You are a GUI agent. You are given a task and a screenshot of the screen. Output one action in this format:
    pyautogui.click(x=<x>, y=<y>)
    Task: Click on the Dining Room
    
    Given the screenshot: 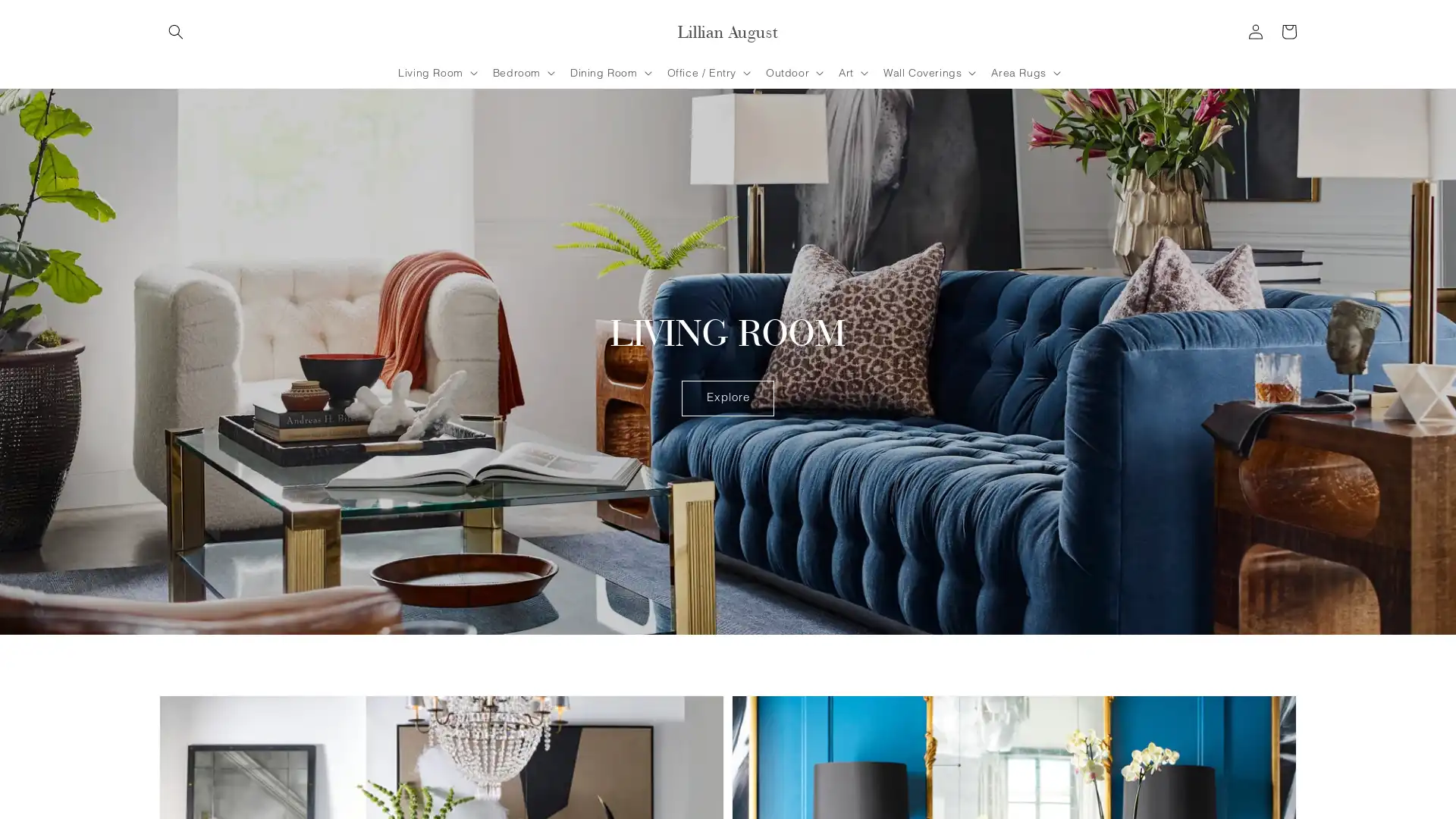 What is the action you would take?
    pyautogui.click(x=608, y=72)
    